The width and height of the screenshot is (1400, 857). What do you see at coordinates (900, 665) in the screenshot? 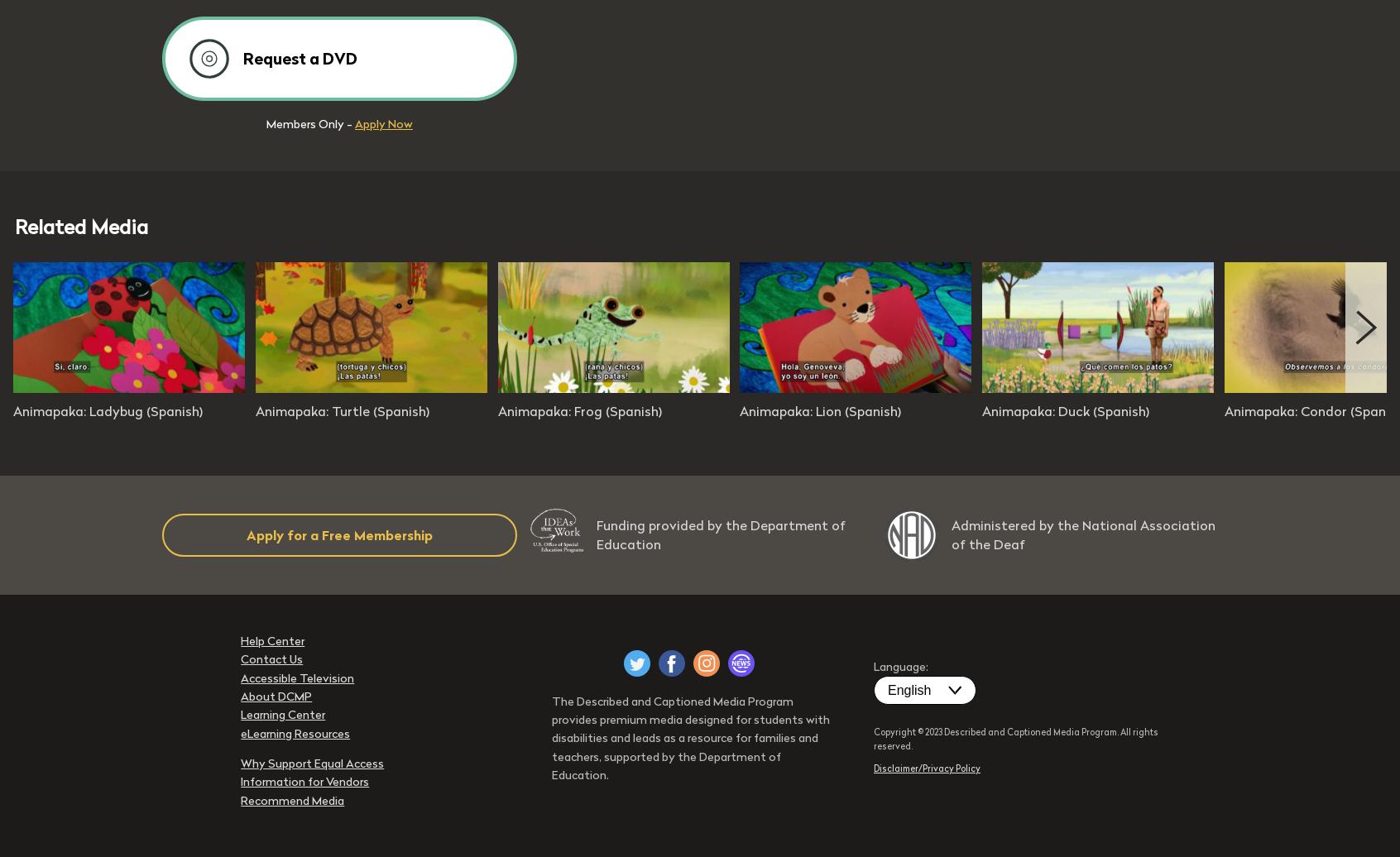
I see `'Language:'` at bounding box center [900, 665].